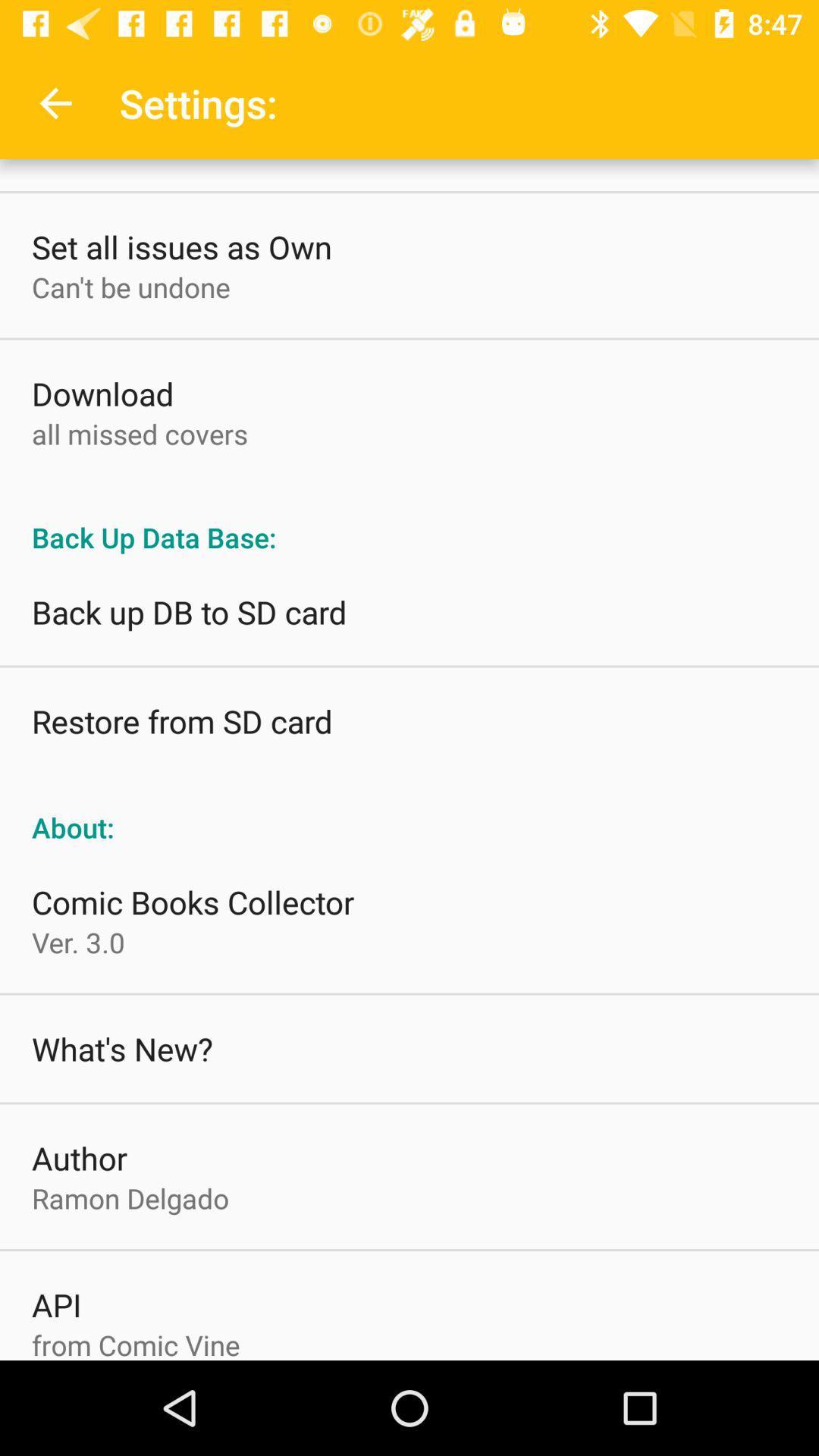  Describe the element at coordinates (130, 1197) in the screenshot. I see `the item below author item` at that location.